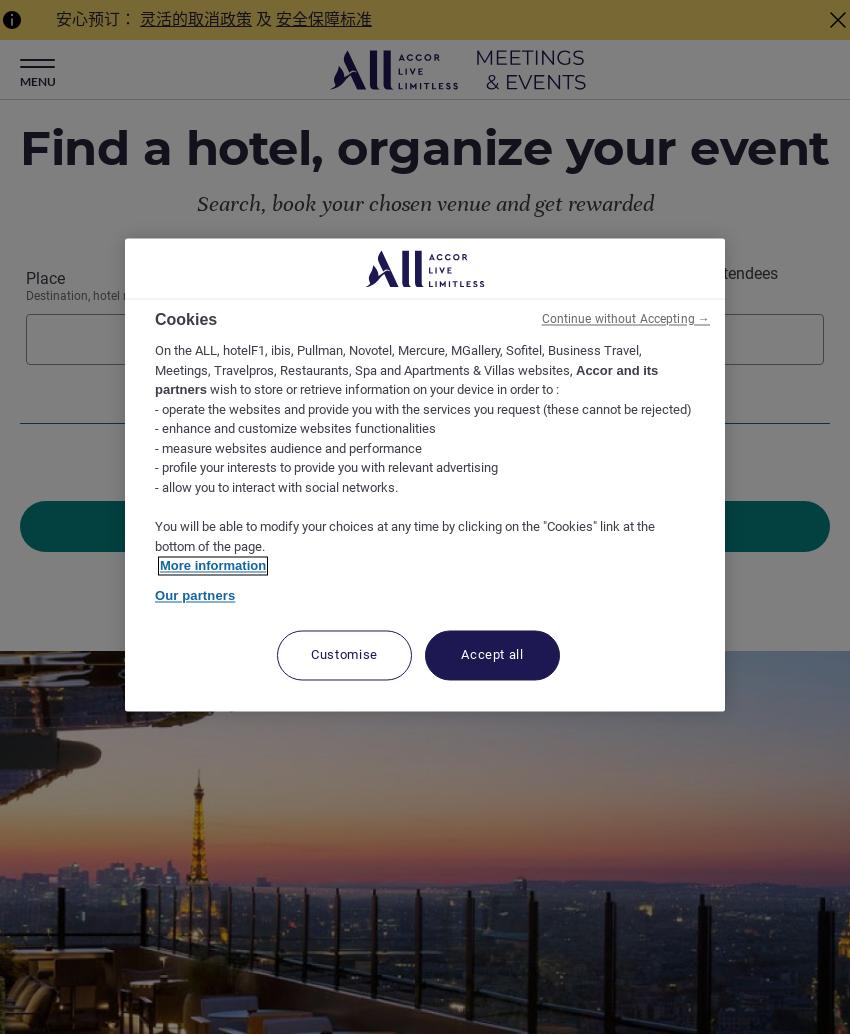  Describe the element at coordinates (424, 999) in the screenshot. I see `'Currency'` at that location.